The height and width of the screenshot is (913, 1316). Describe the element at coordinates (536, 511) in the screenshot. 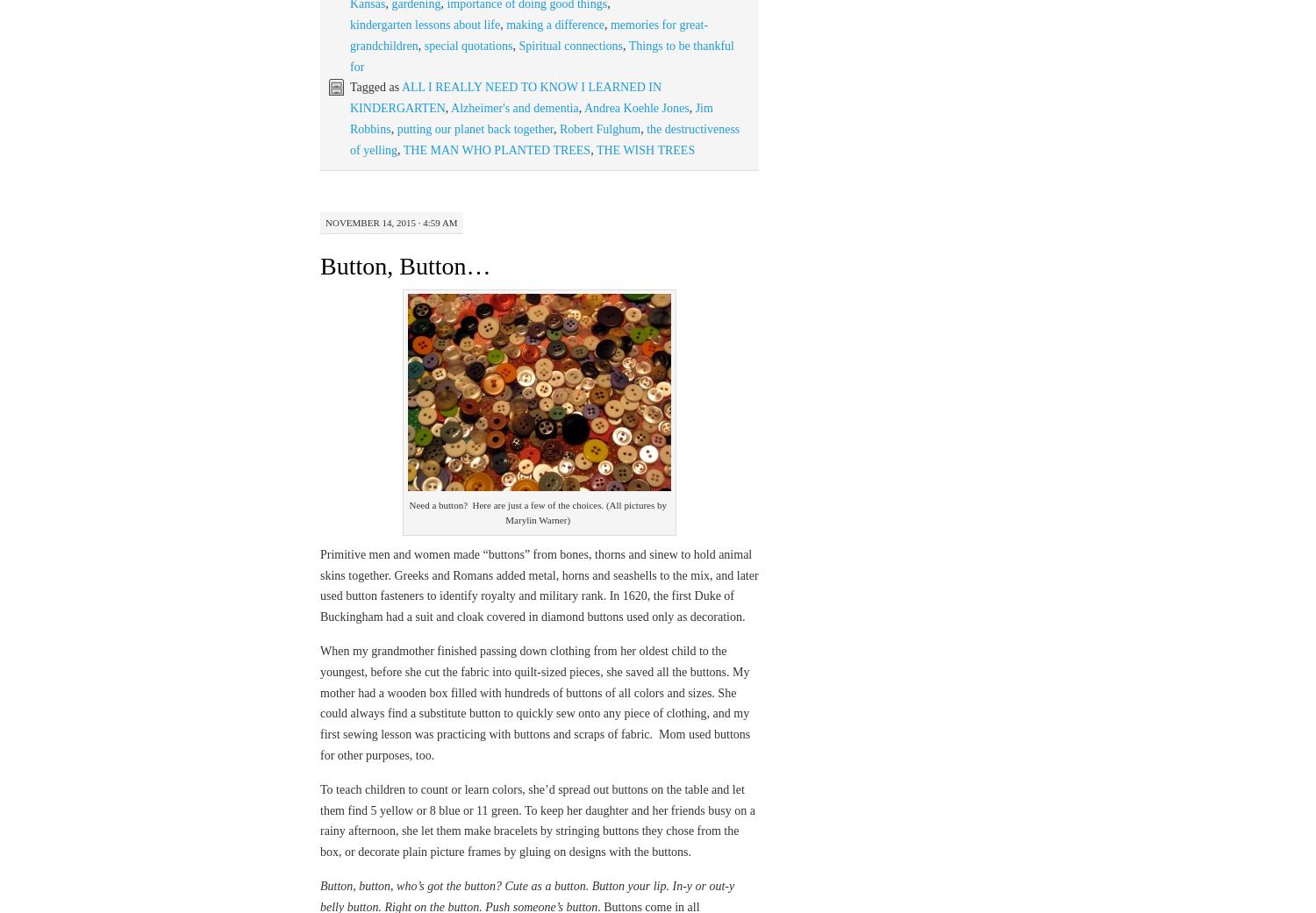

I see `'Need a button?  Here are just a few of the choices. (All pictures by Marylin Warner)'` at that location.